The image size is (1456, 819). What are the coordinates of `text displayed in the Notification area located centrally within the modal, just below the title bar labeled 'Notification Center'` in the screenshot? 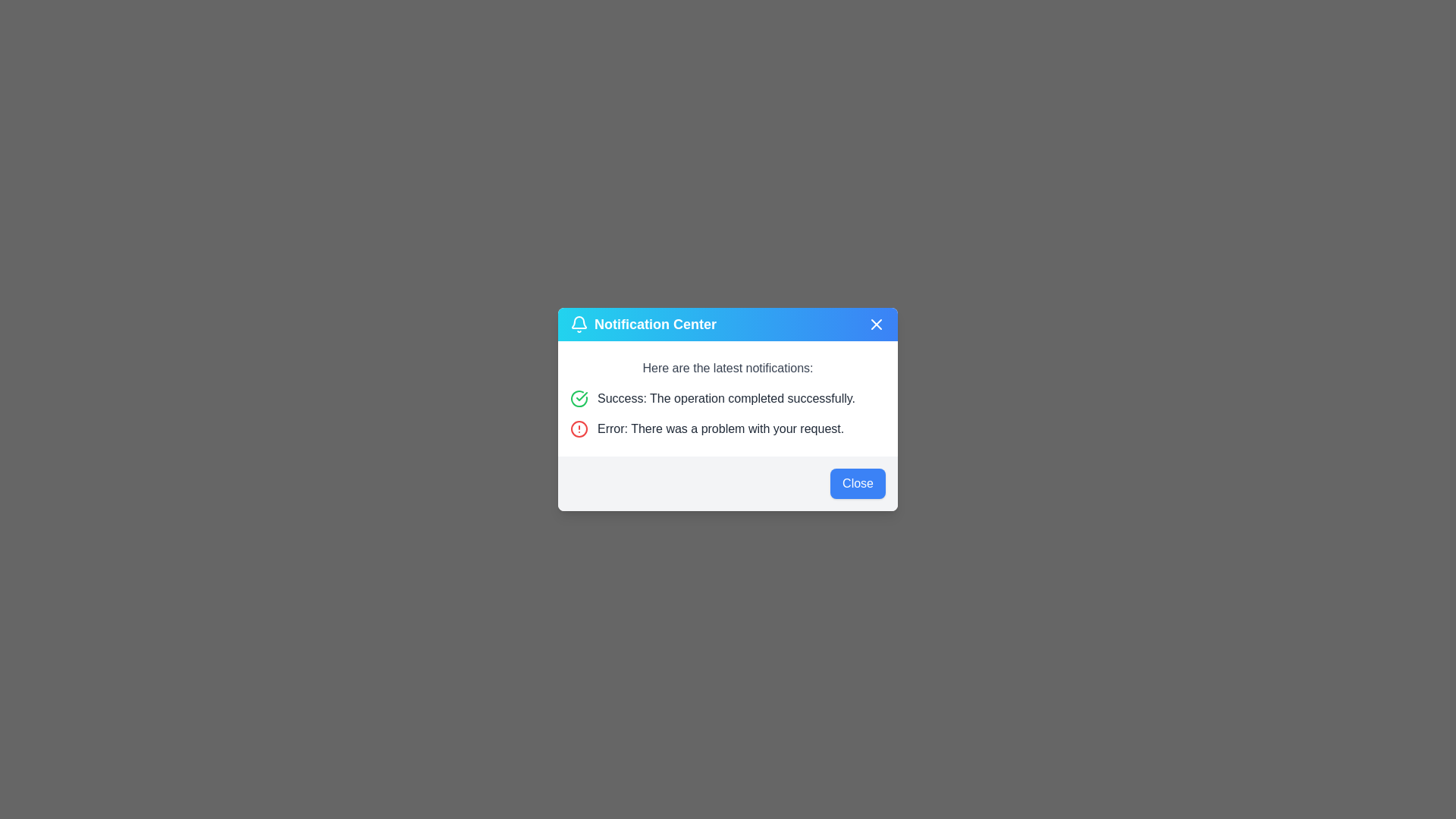 It's located at (728, 397).